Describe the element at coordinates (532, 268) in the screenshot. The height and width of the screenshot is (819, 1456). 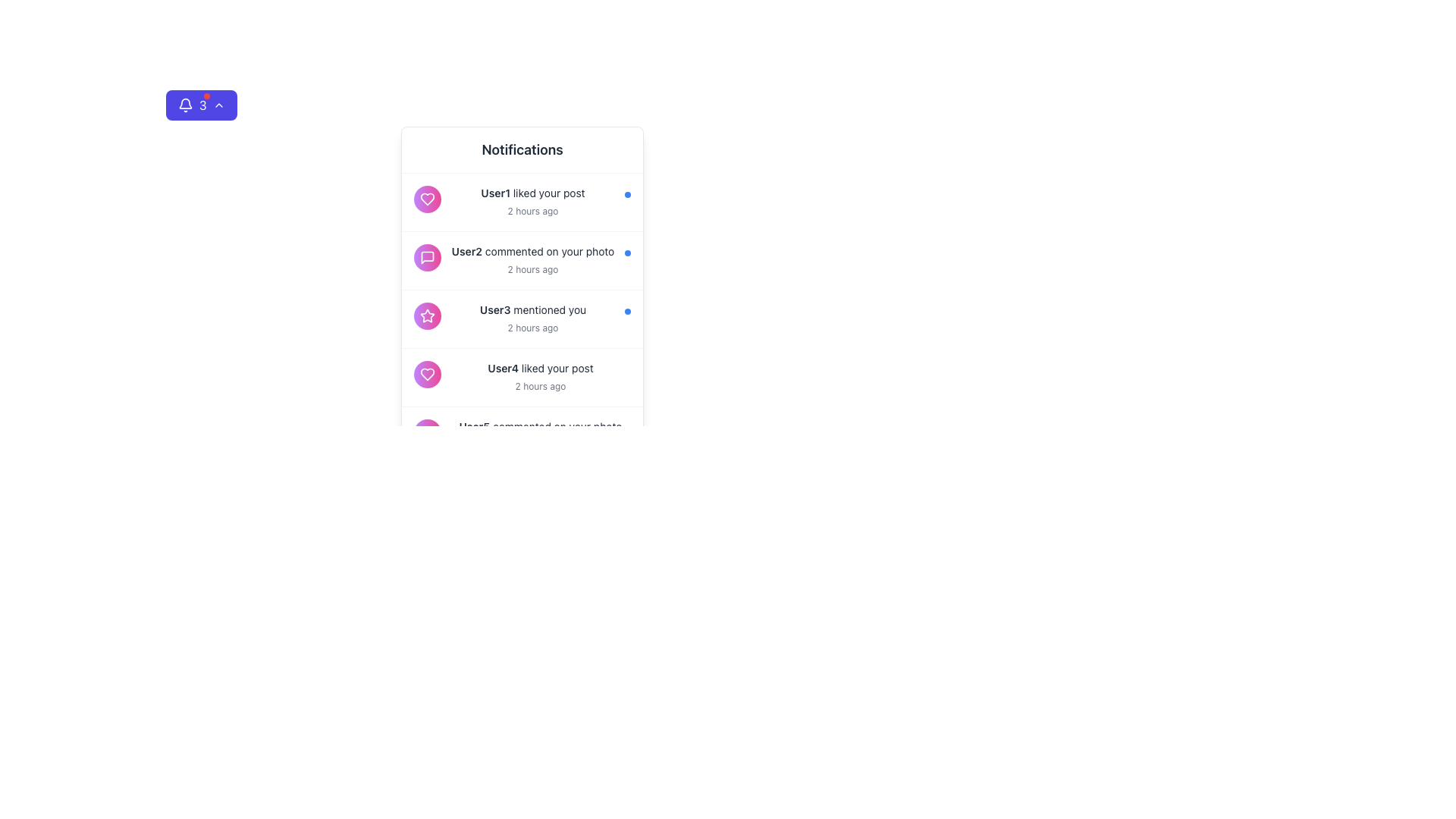
I see `timestamp displayed in the lower right corner of the notification entry indicating when 'User2 commented on your photo'` at that location.